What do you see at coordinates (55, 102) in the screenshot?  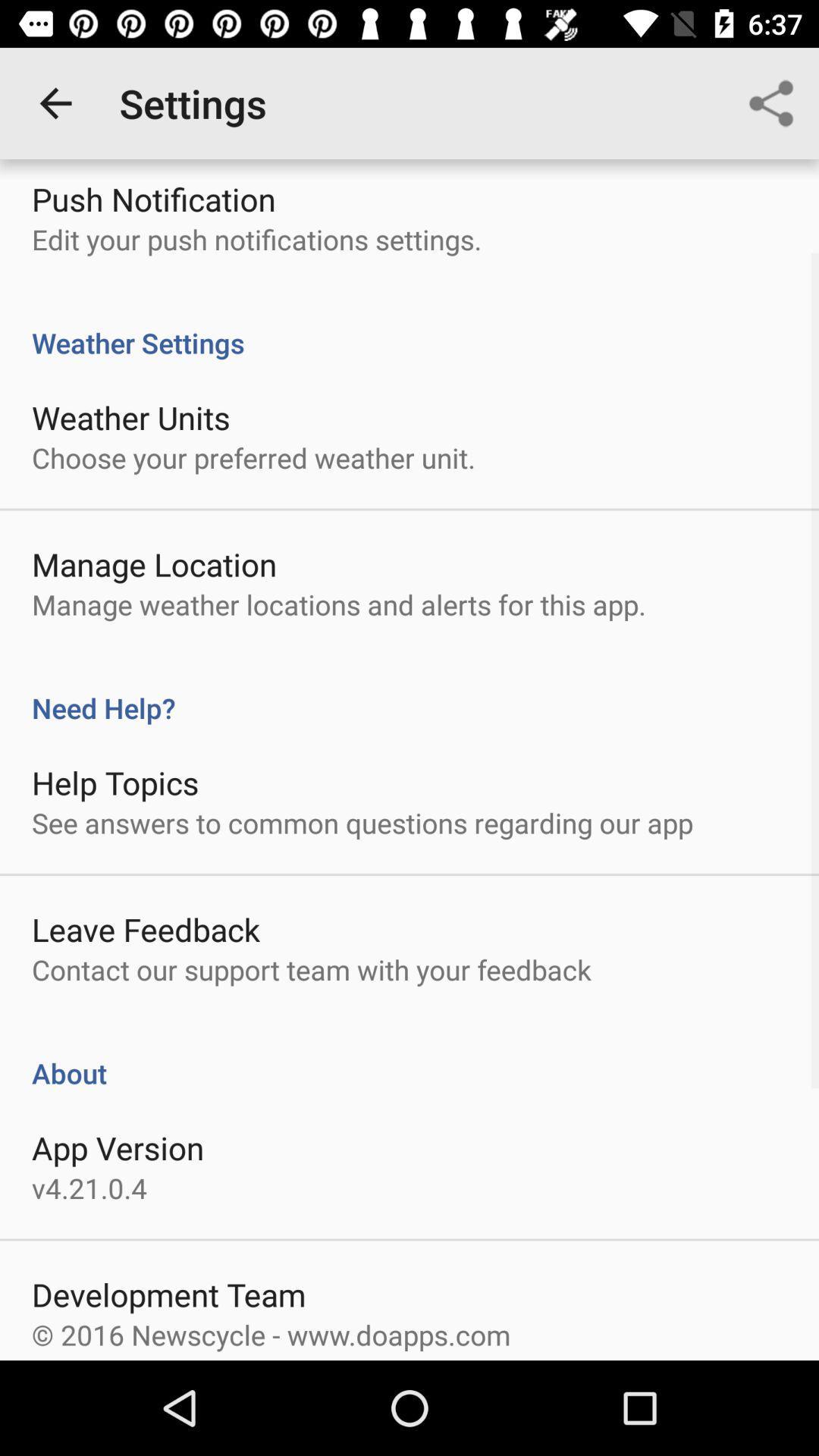 I see `the icon to the left of the settings  item` at bounding box center [55, 102].